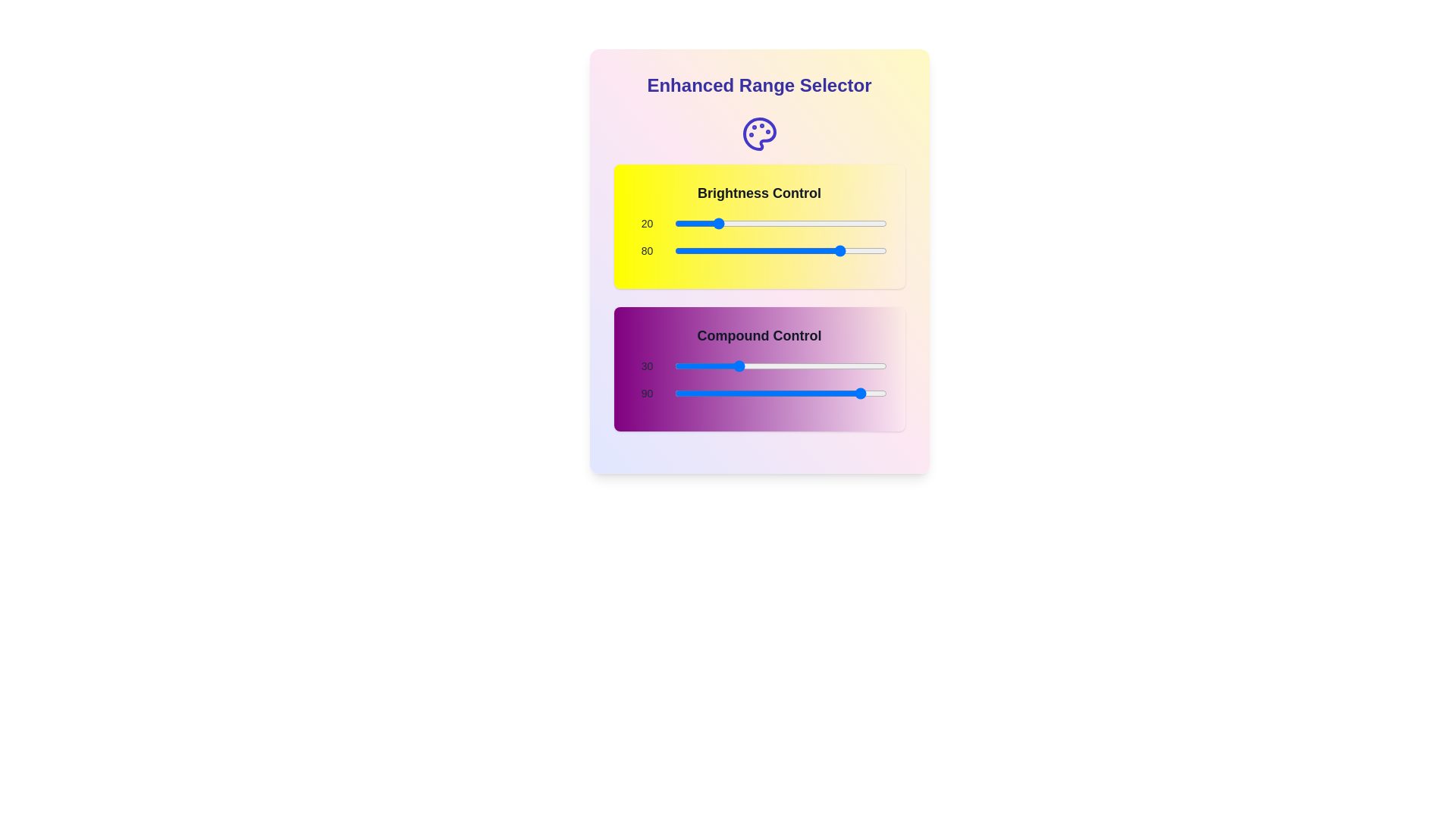  What do you see at coordinates (768, 366) in the screenshot?
I see `the 'Compound Control' slider to 45 by dragging it to the corresponding position` at bounding box center [768, 366].